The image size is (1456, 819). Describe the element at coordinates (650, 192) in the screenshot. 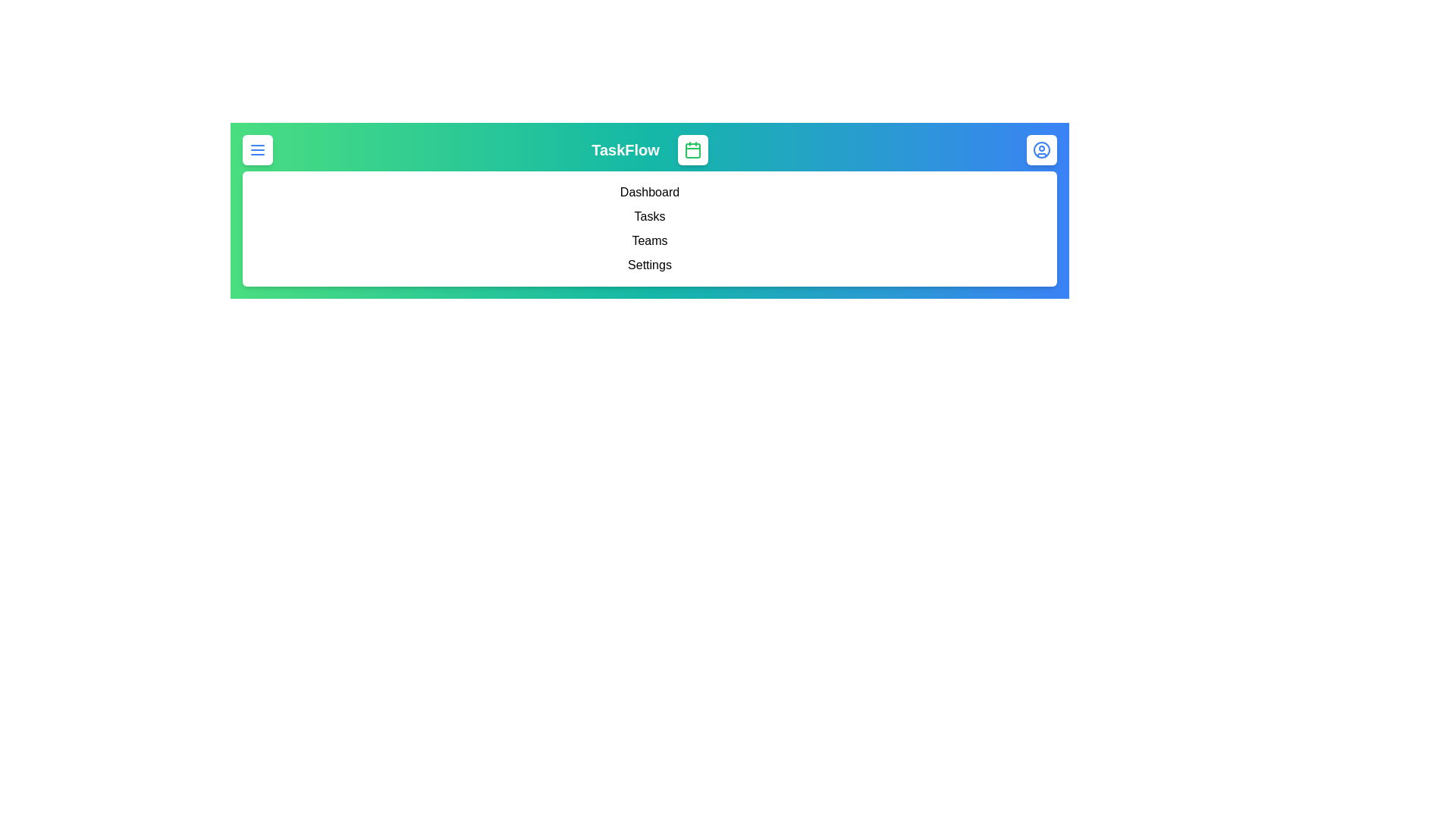

I see `the menu item Dashboard to navigate to the respective section` at that location.